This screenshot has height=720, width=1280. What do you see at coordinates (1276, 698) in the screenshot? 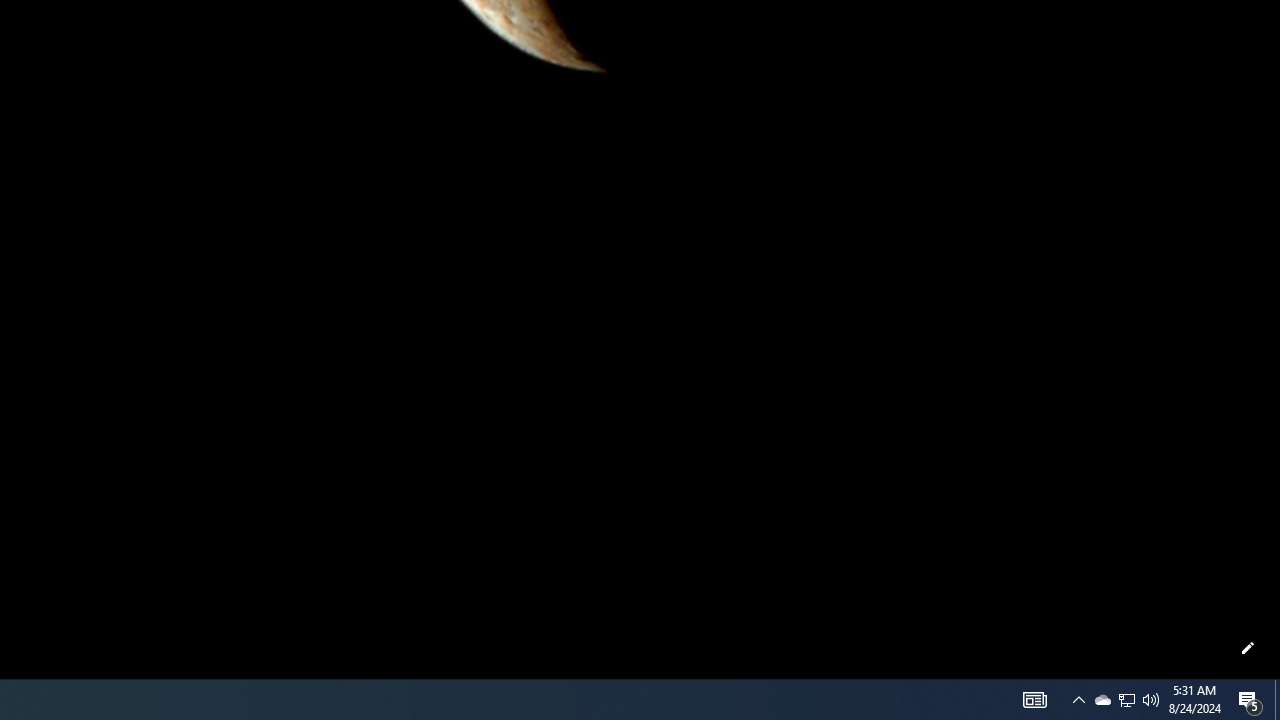
I see `'Show desktop'` at bounding box center [1276, 698].